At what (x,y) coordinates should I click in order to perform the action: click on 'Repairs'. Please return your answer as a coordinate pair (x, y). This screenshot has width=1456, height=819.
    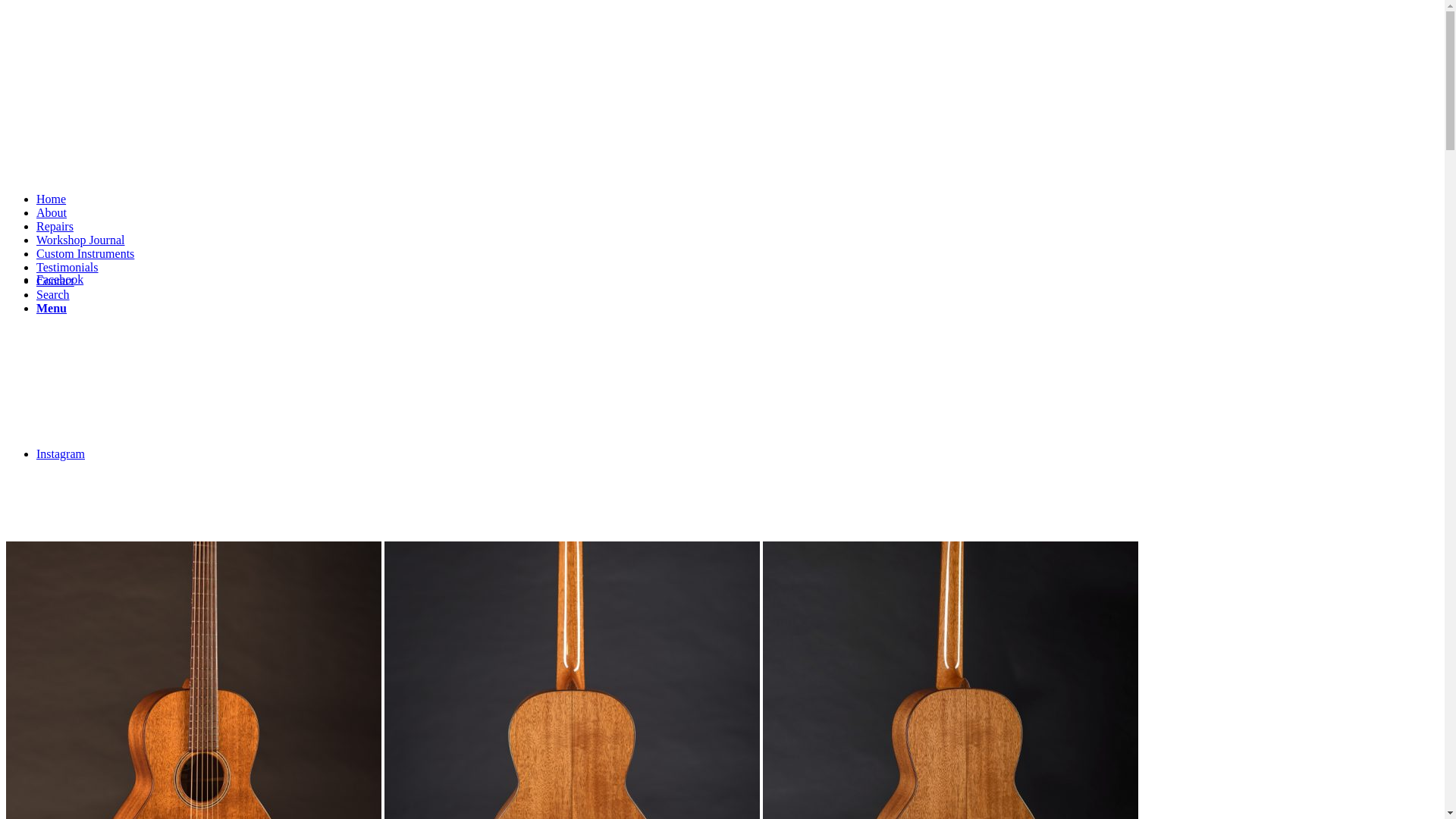
    Looking at the image, I should click on (36, 226).